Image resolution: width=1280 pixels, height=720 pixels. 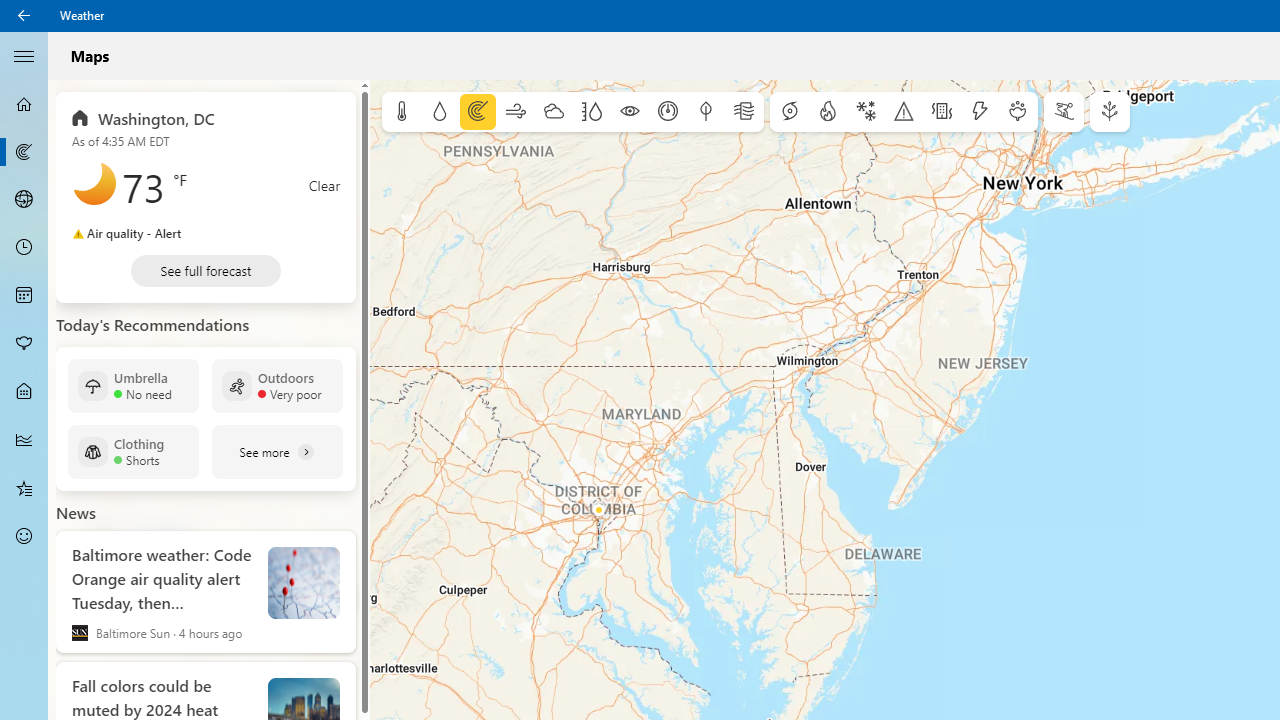 I want to click on 'Historical Weather - Not Selected', so click(x=24, y=438).